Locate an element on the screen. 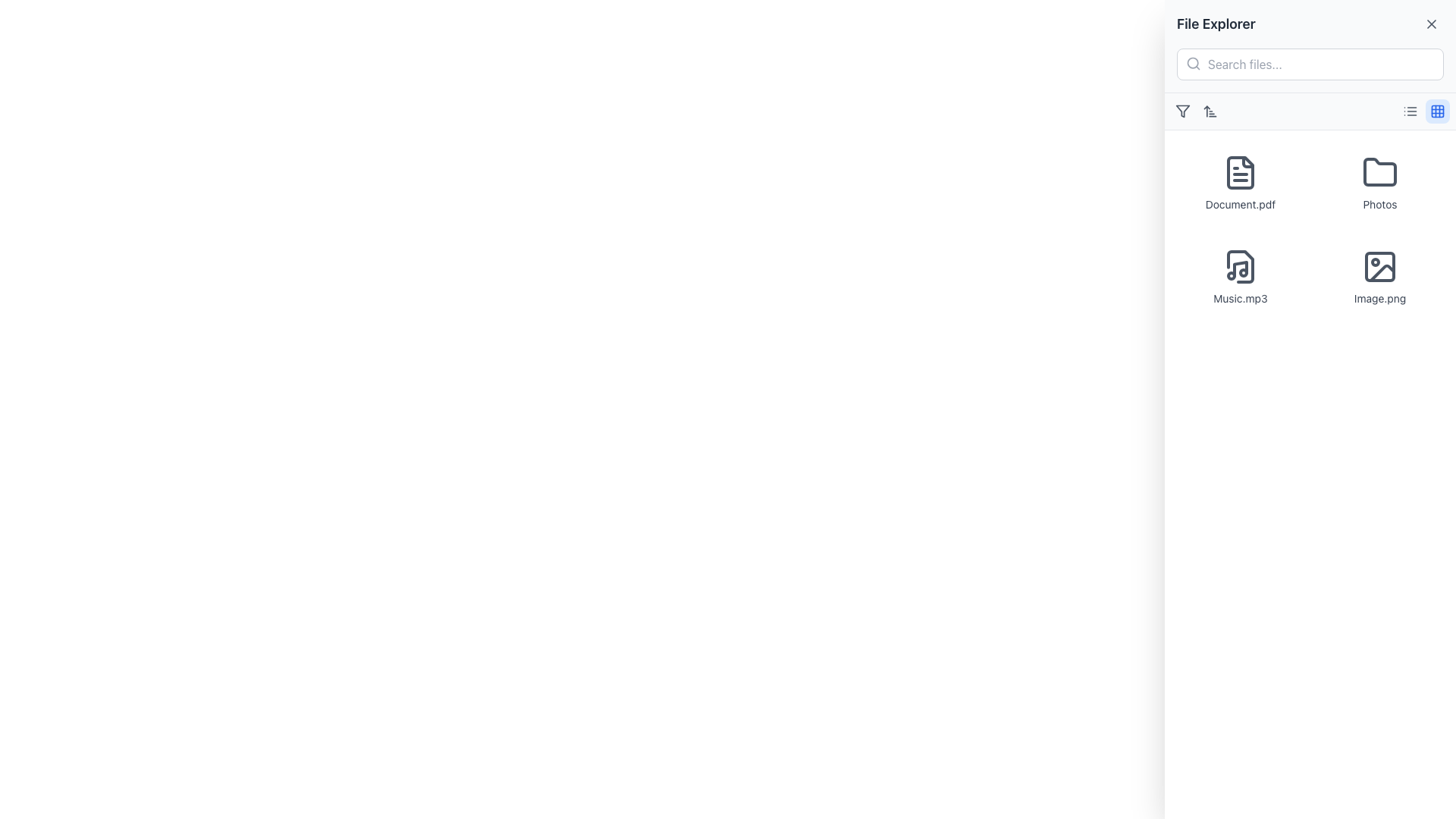 The image size is (1456, 819). the circular lens element of the magnifying glass icon associated with search functionality, located to the left of the text input field is located at coordinates (1192, 62).